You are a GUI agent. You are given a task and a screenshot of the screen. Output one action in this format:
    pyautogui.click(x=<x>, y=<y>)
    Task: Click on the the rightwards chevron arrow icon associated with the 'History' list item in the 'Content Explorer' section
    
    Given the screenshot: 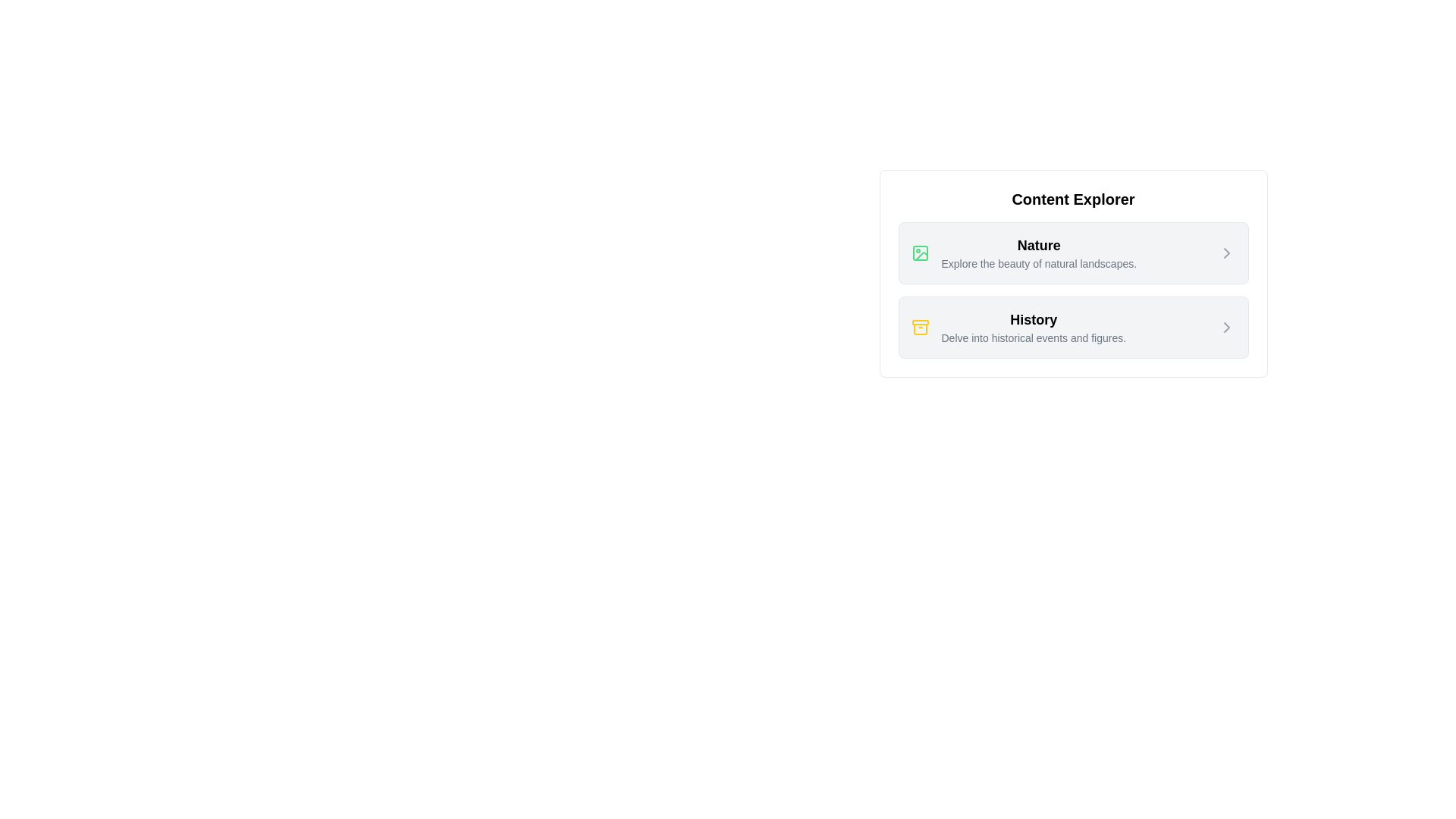 What is the action you would take?
    pyautogui.click(x=1226, y=327)
    